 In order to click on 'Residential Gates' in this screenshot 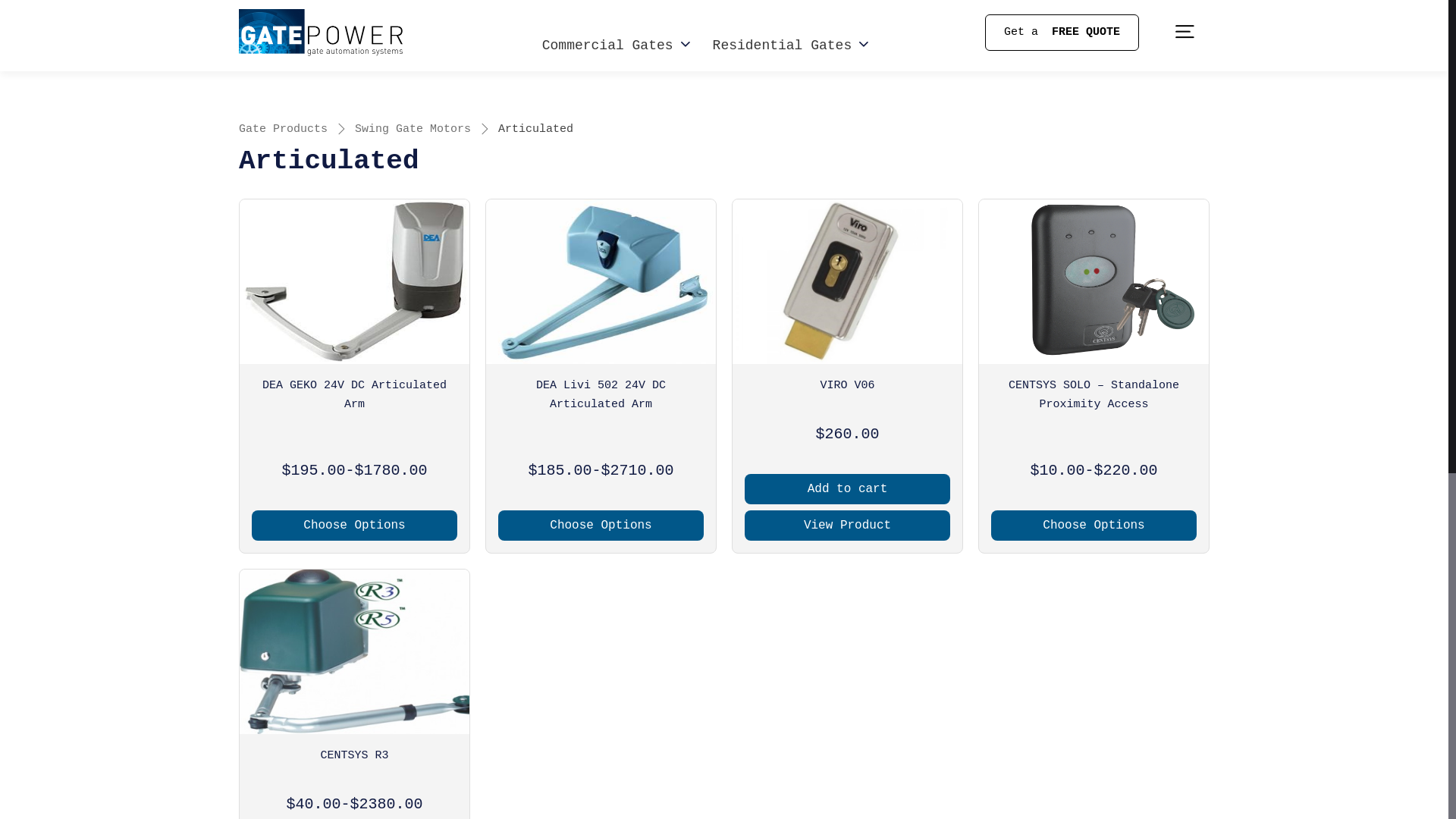, I will do `click(712, 45)`.